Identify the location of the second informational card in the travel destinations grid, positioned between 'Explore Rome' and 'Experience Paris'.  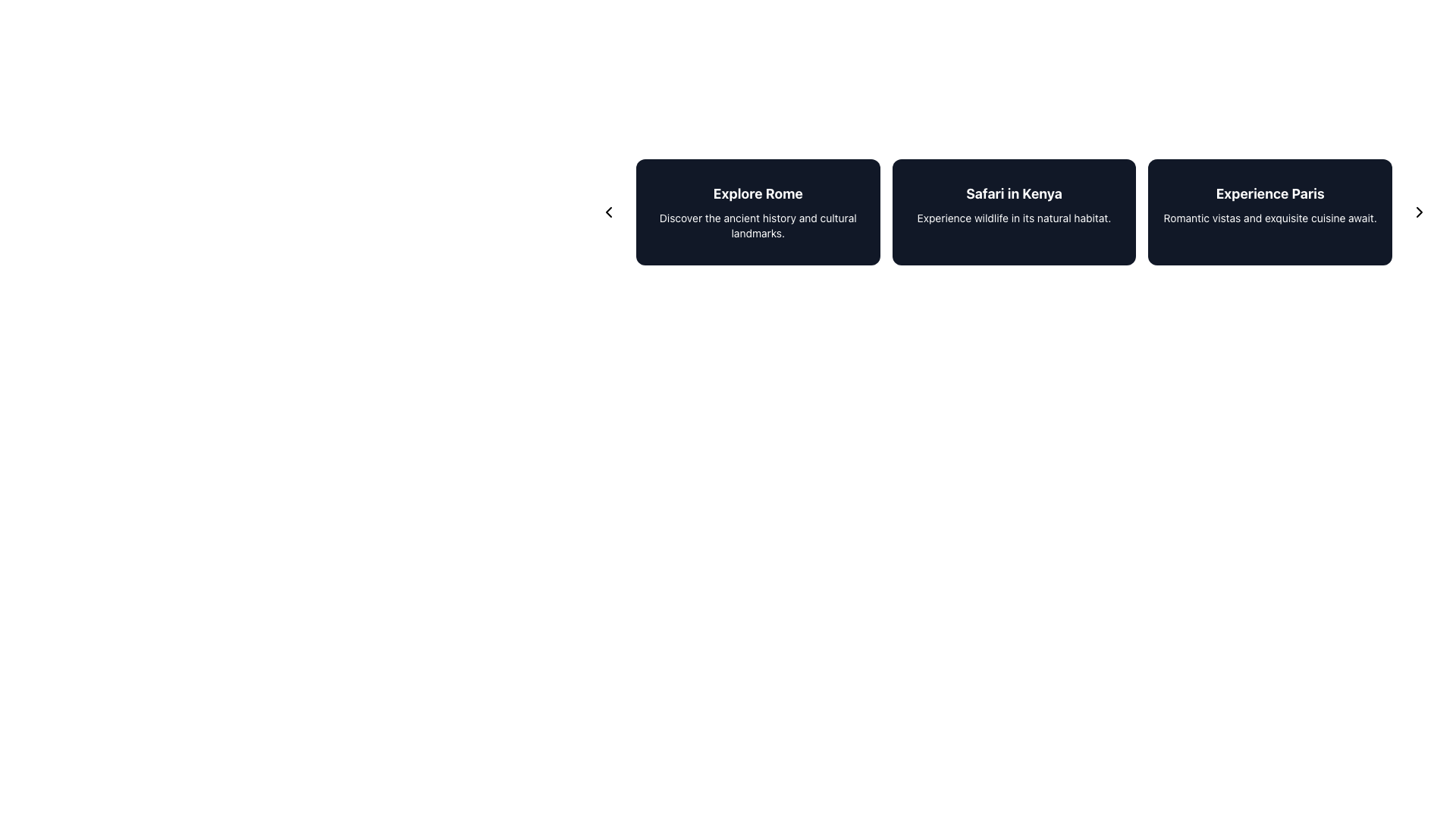
(1014, 212).